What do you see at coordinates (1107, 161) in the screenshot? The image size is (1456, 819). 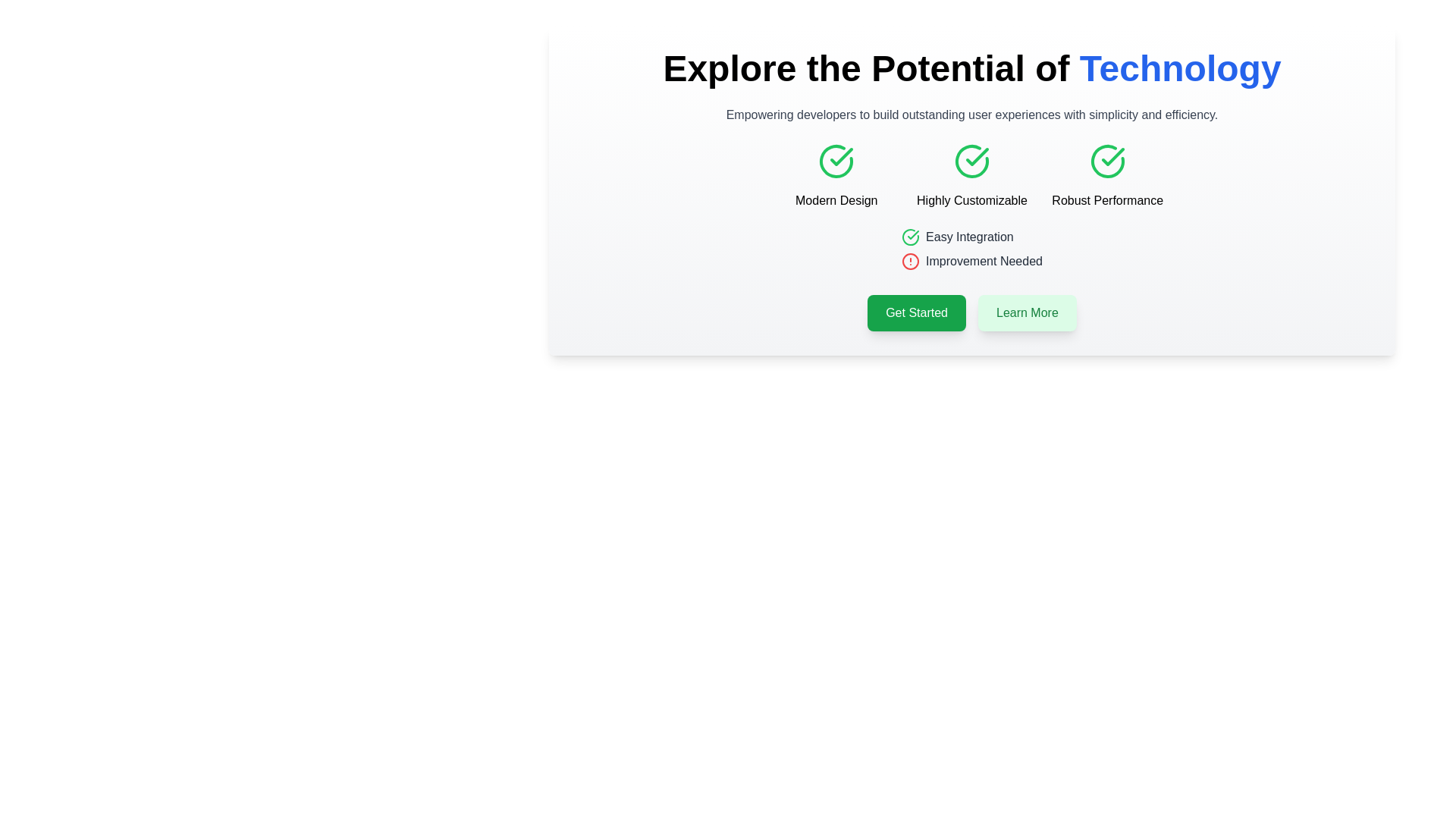 I see `the green circular checkmark icon located above the 'Robust Performance' heading in the third section of the interface` at bounding box center [1107, 161].